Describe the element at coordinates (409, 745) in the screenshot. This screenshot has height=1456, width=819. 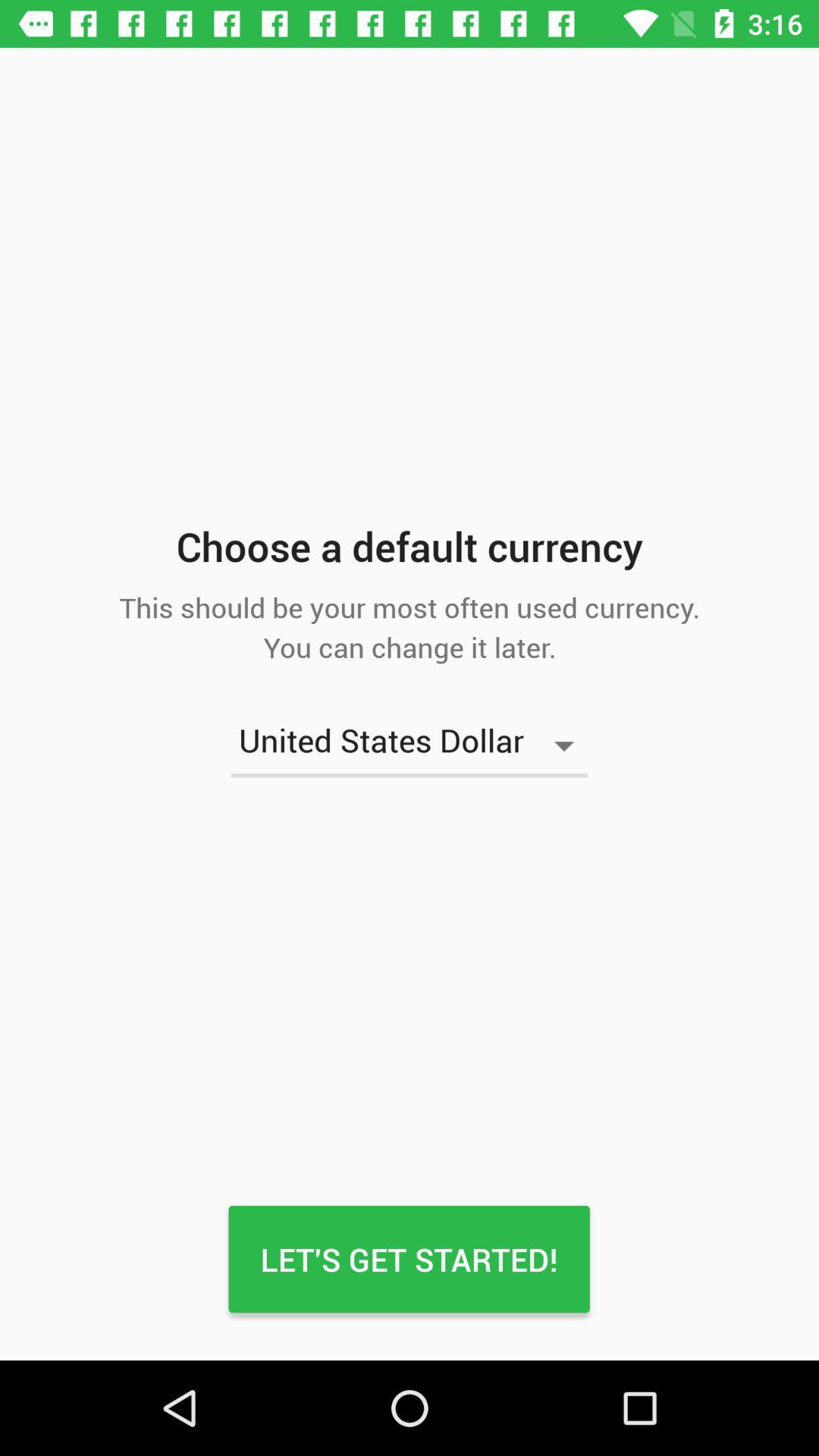
I see `united states dollar` at that location.